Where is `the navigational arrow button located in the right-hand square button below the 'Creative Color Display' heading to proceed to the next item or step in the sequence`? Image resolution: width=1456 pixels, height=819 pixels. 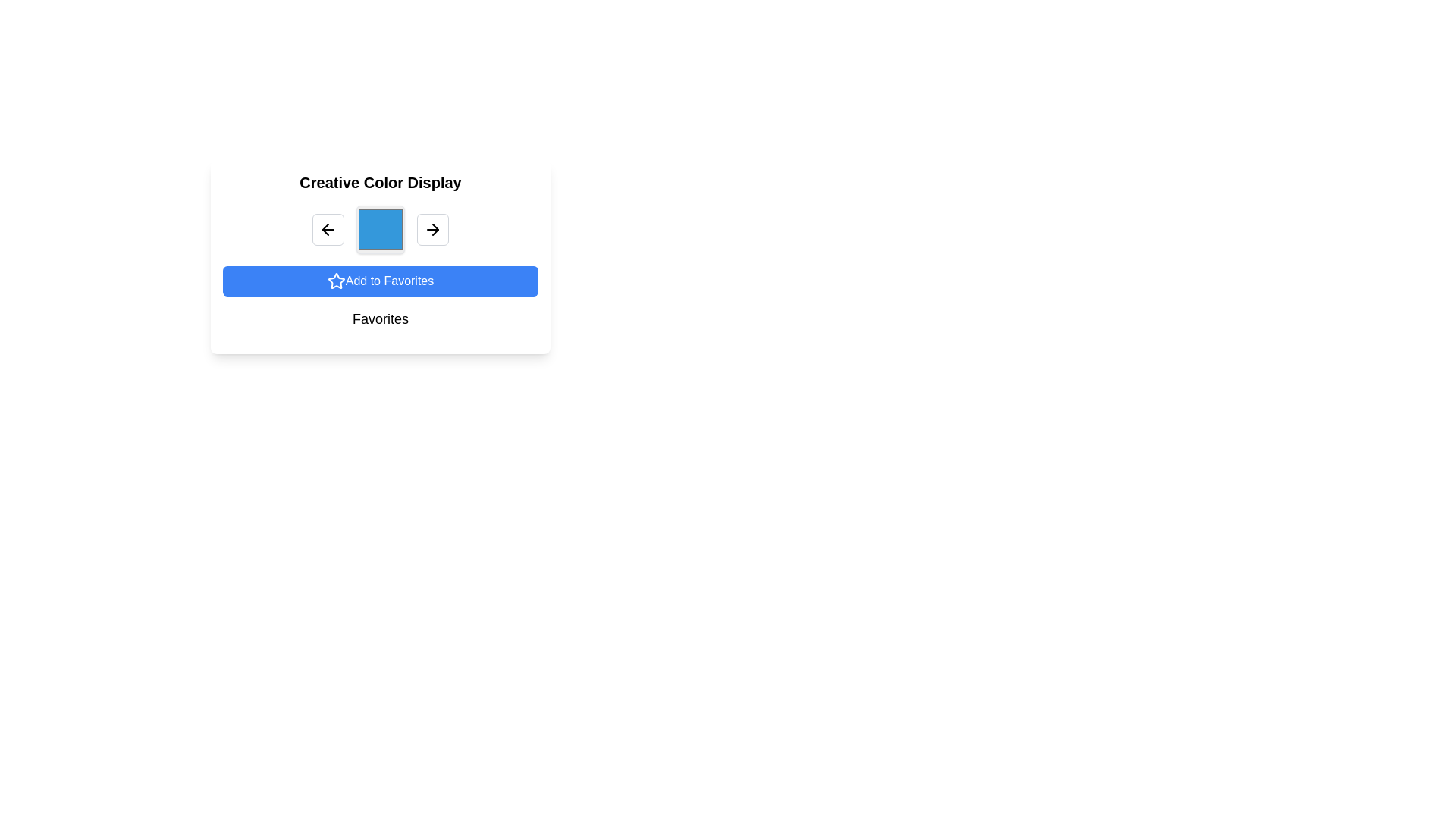
the navigational arrow button located in the right-hand square button below the 'Creative Color Display' heading to proceed to the next item or step in the sequence is located at coordinates (432, 230).